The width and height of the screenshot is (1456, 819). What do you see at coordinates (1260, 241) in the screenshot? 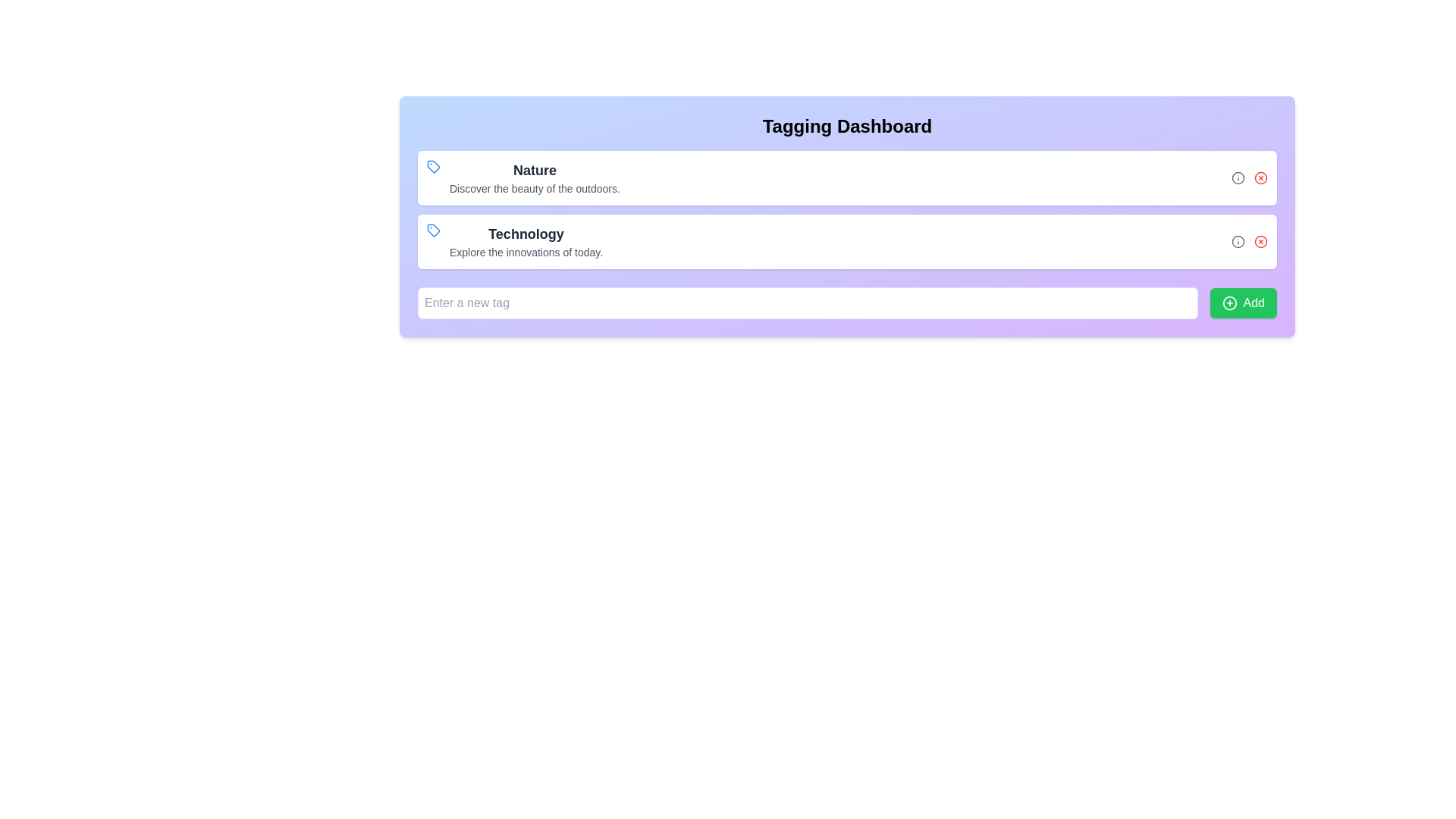
I see `the graphic element, a circle within an icon, located to the right of the 'Technology' list item` at bounding box center [1260, 241].